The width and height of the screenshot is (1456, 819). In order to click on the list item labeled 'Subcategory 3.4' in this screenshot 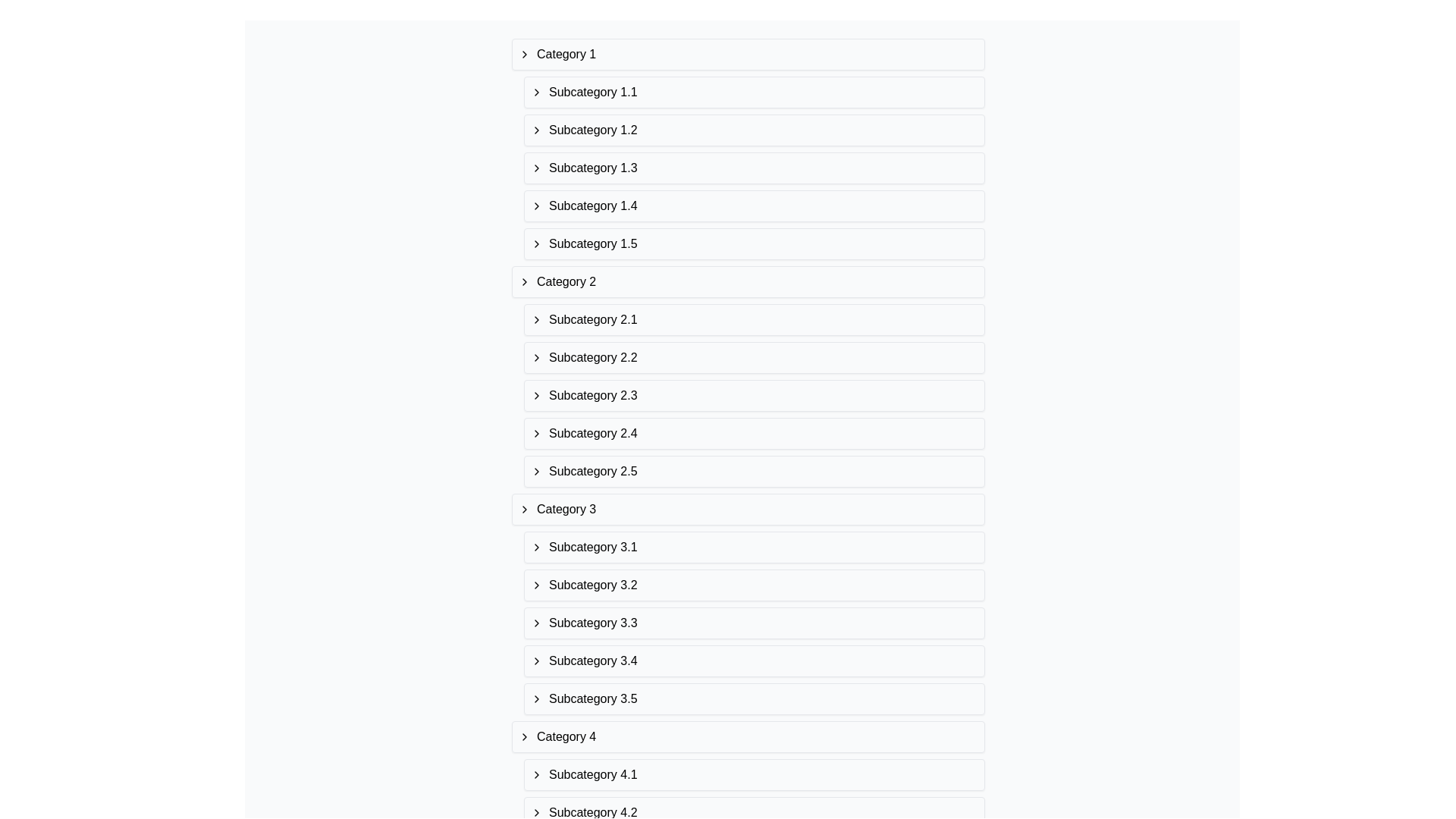, I will do `click(754, 660)`.